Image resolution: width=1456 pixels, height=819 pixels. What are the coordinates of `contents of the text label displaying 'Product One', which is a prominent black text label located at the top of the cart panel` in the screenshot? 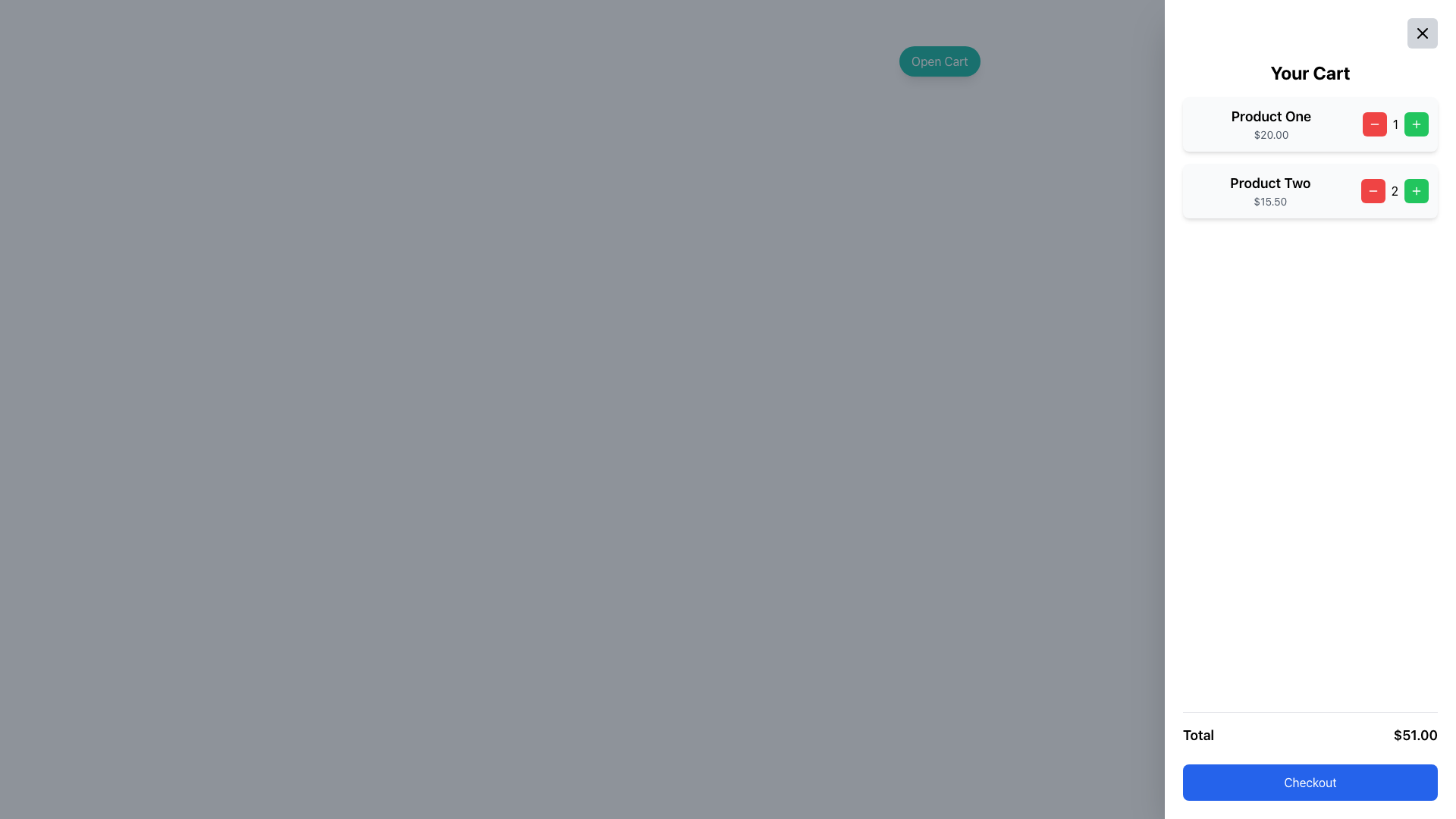 It's located at (1271, 116).